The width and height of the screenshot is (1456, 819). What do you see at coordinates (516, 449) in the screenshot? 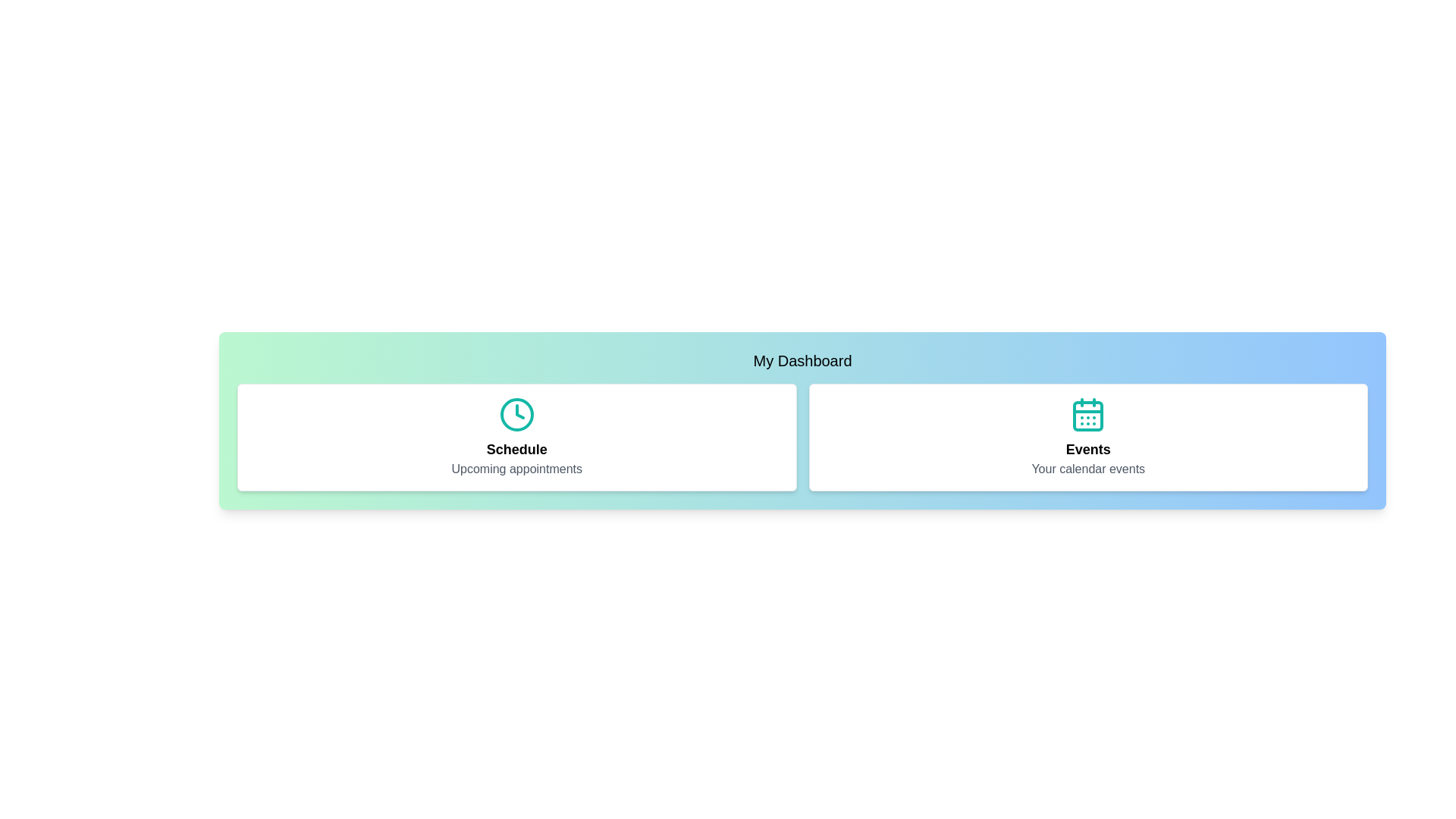
I see `the 'Schedule' text label, which is a bold and large black font displayed within a white card below a teal clock icon` at bounding box center [516, 449].